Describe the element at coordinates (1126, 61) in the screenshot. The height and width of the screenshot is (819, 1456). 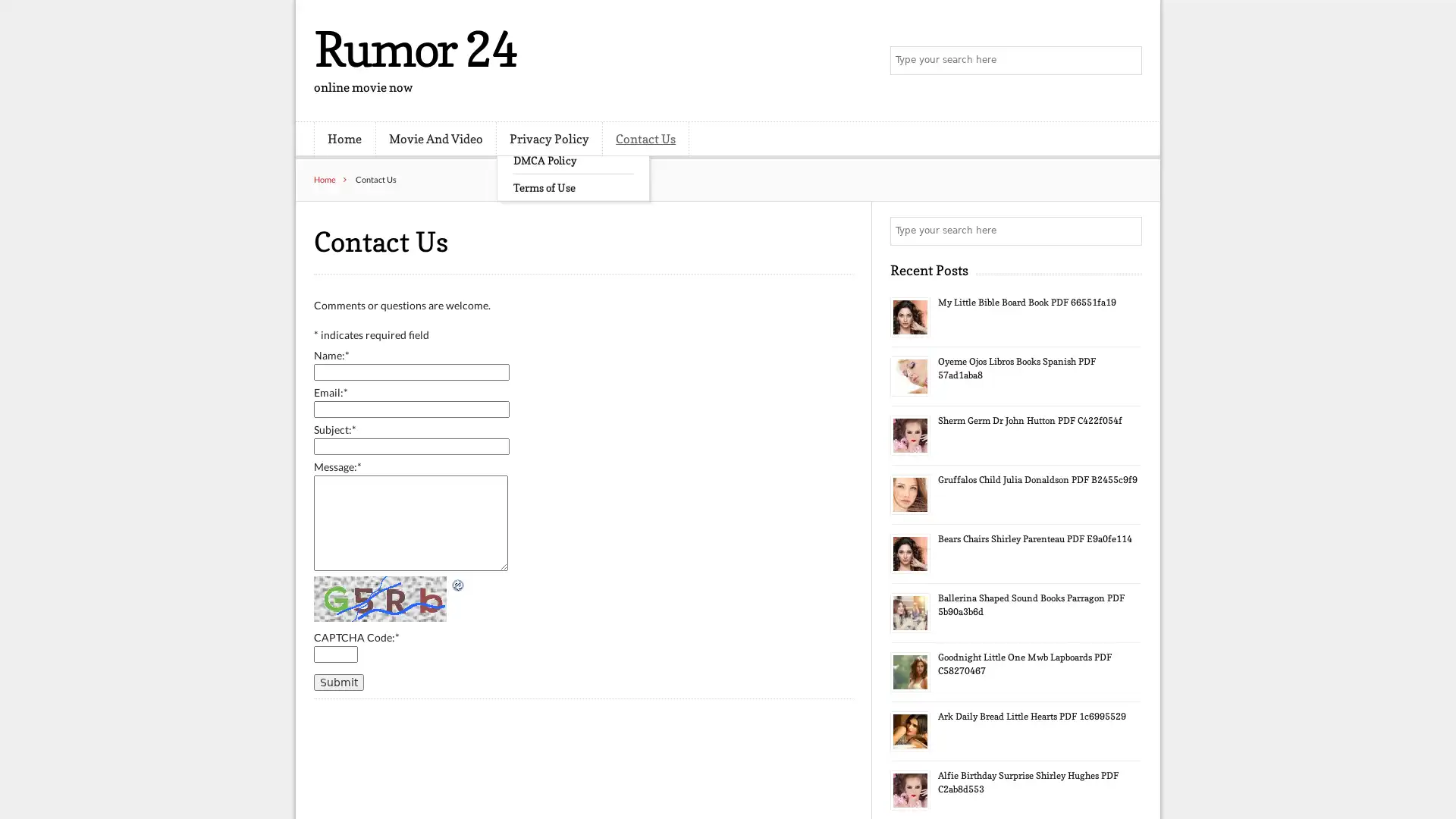
I see `Search` at that location.